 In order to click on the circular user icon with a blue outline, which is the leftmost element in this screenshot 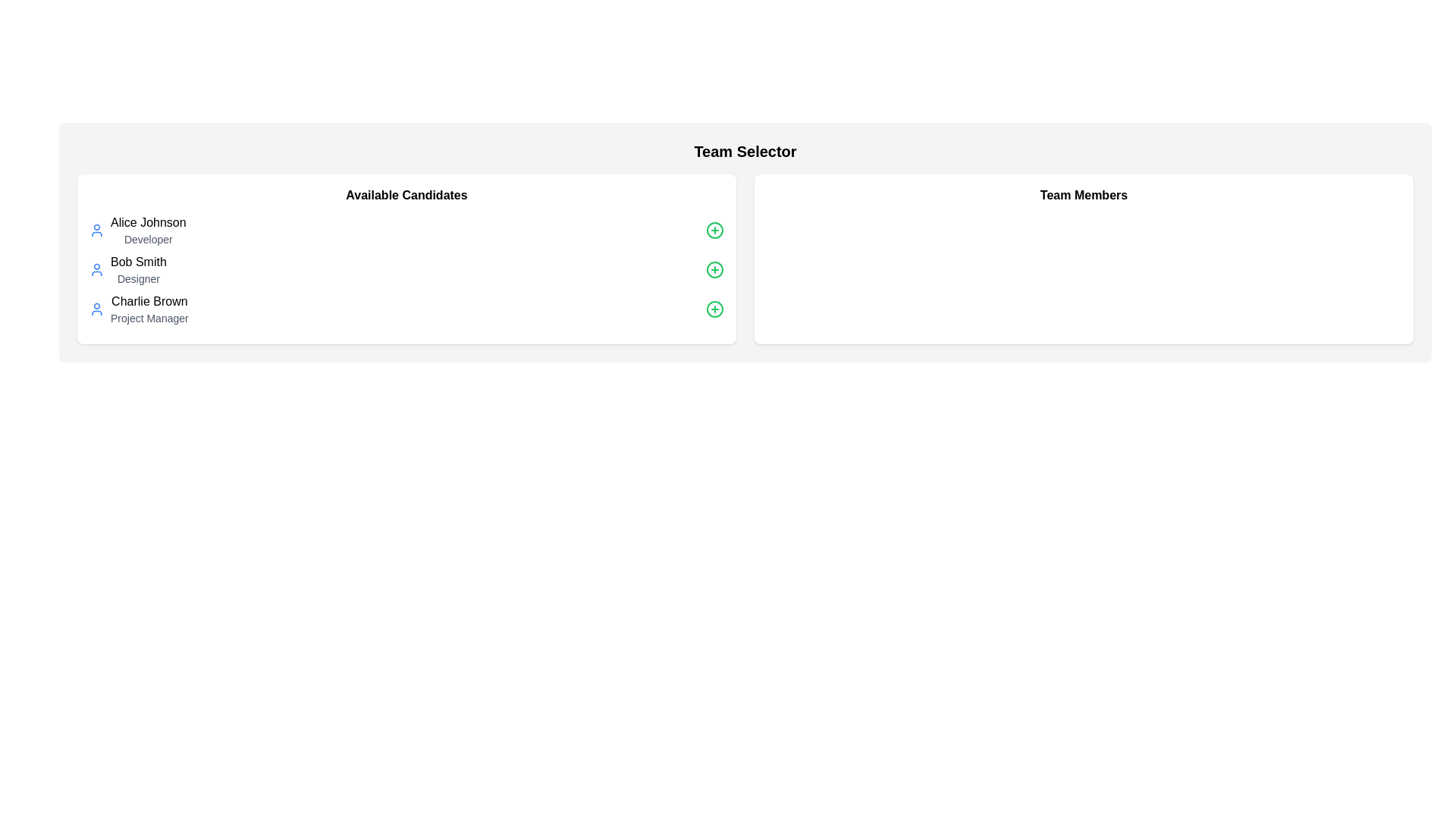, I will do `click(96, 309)`.